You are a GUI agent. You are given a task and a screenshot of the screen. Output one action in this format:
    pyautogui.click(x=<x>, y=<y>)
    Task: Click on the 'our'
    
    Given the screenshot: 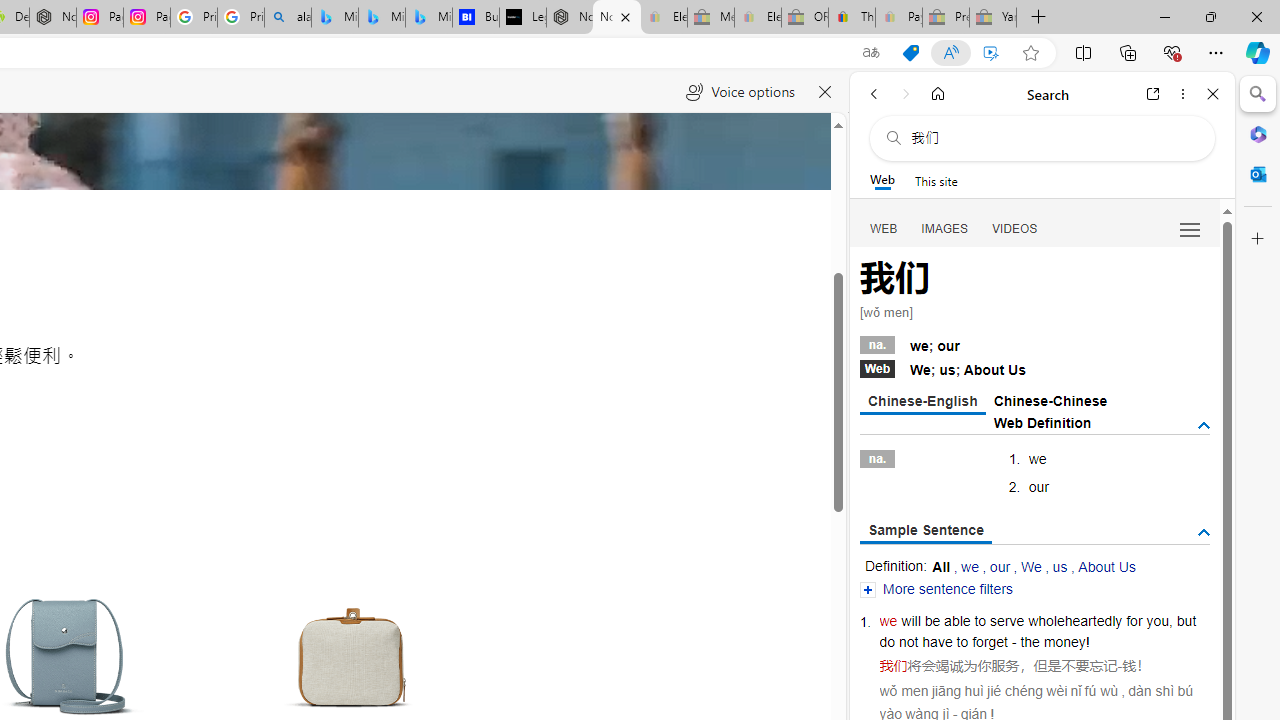 What is the action you would take?
    pyautogui.click(x=1000, y=567)
    